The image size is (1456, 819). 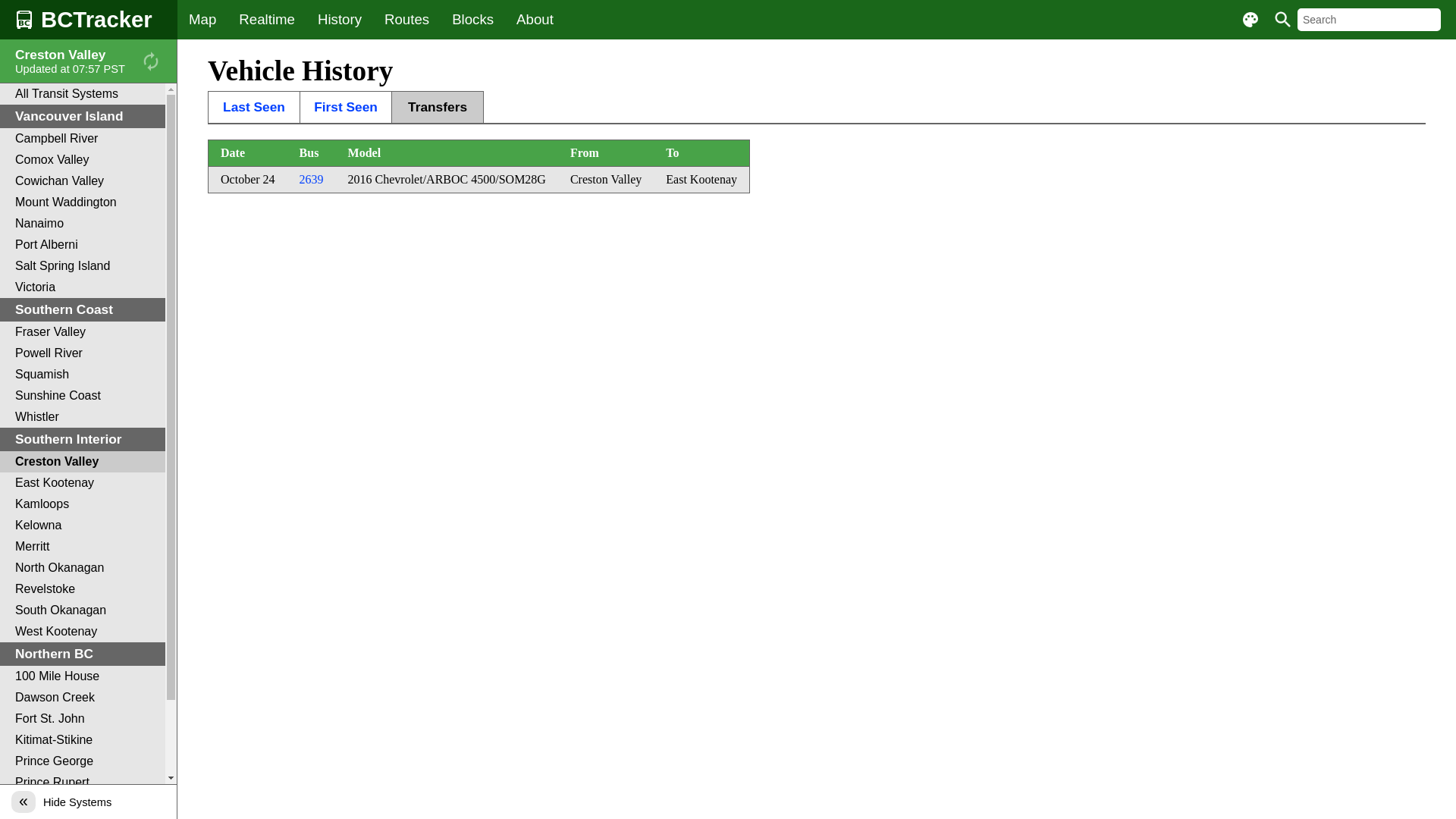 I want to click on '2639', so click(x=311, y=178).